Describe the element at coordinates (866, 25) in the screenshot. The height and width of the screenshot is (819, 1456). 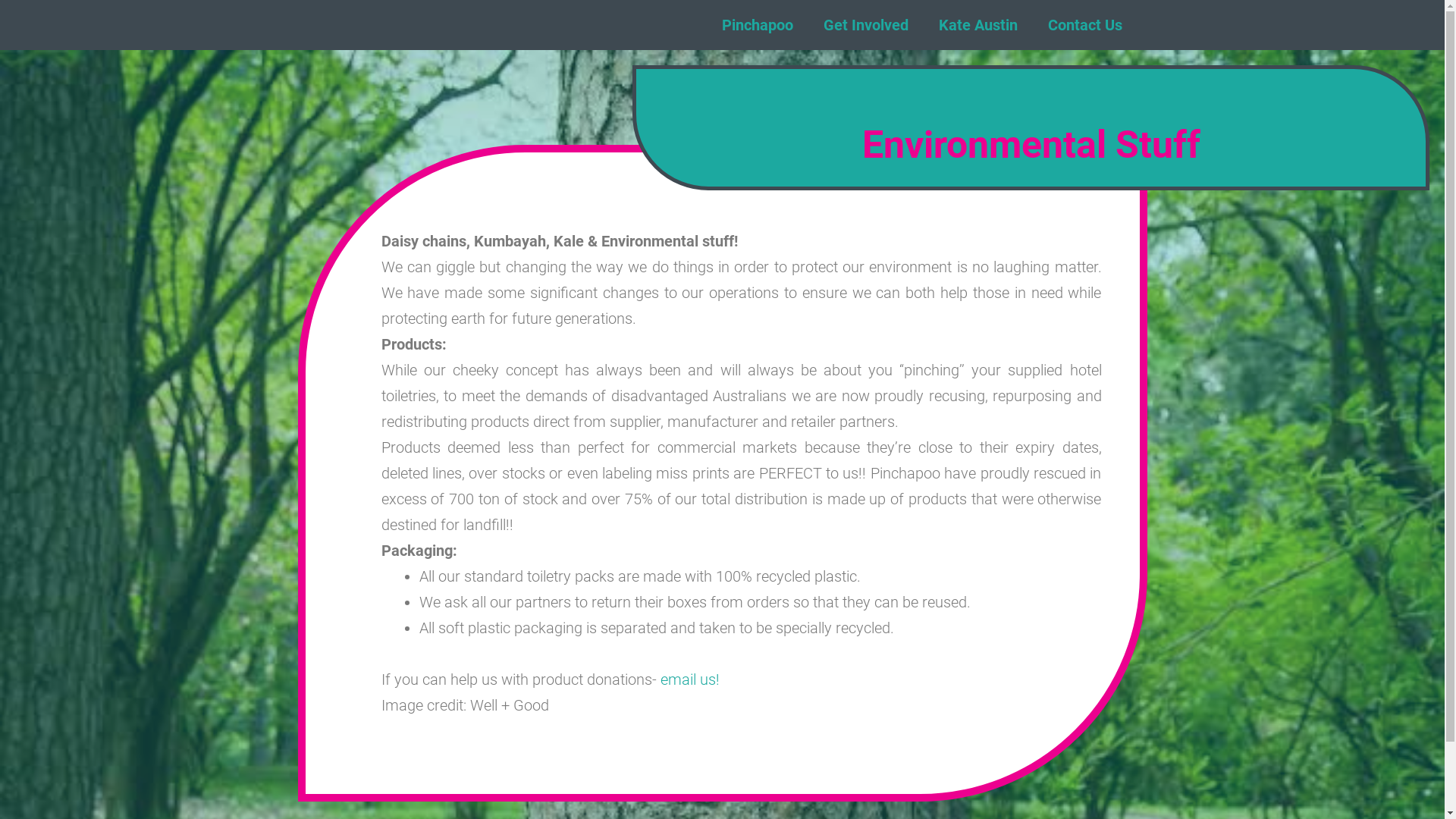
I see `'Get Involved'` at that location.